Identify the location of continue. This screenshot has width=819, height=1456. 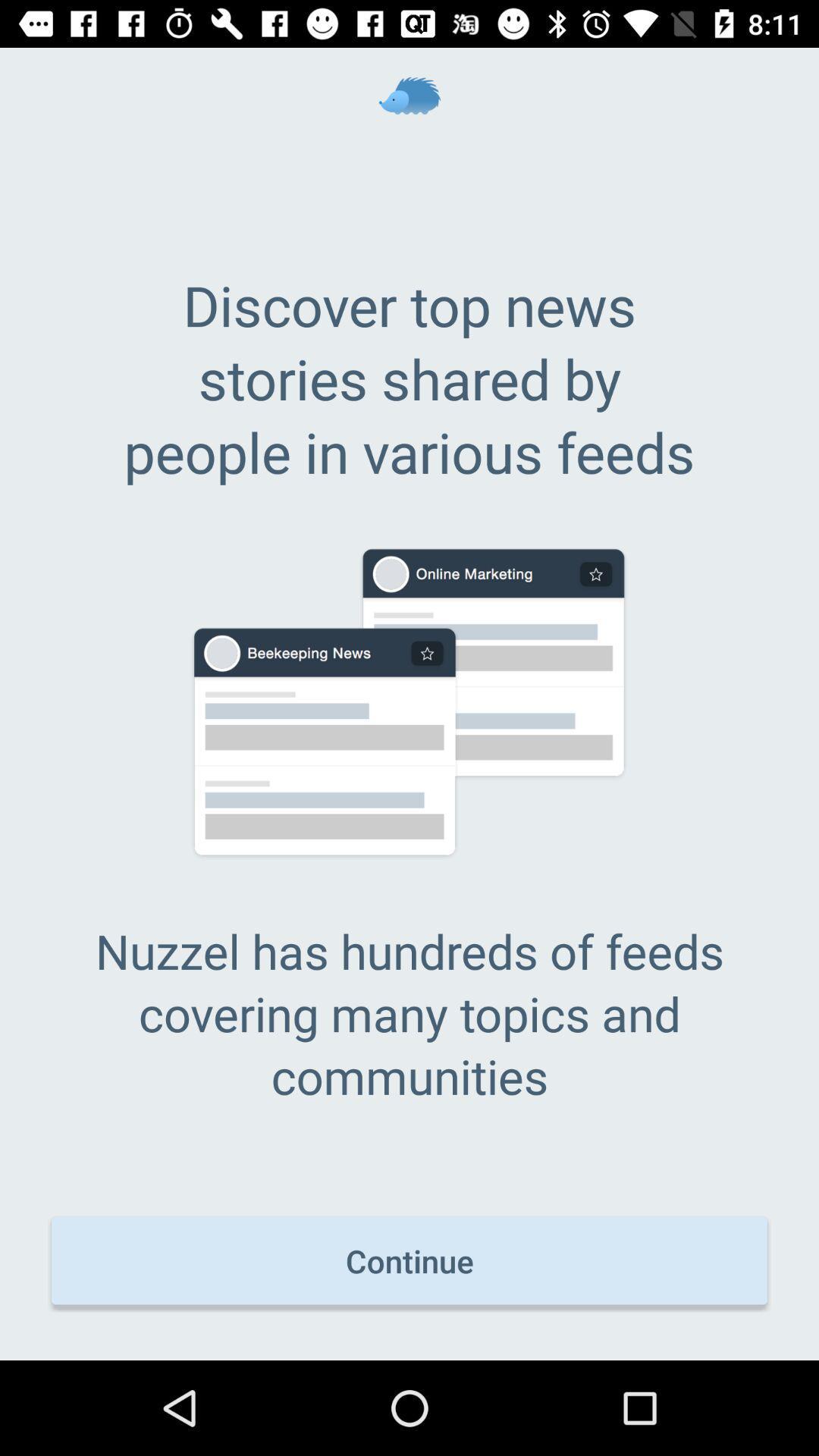
(409, 1260).